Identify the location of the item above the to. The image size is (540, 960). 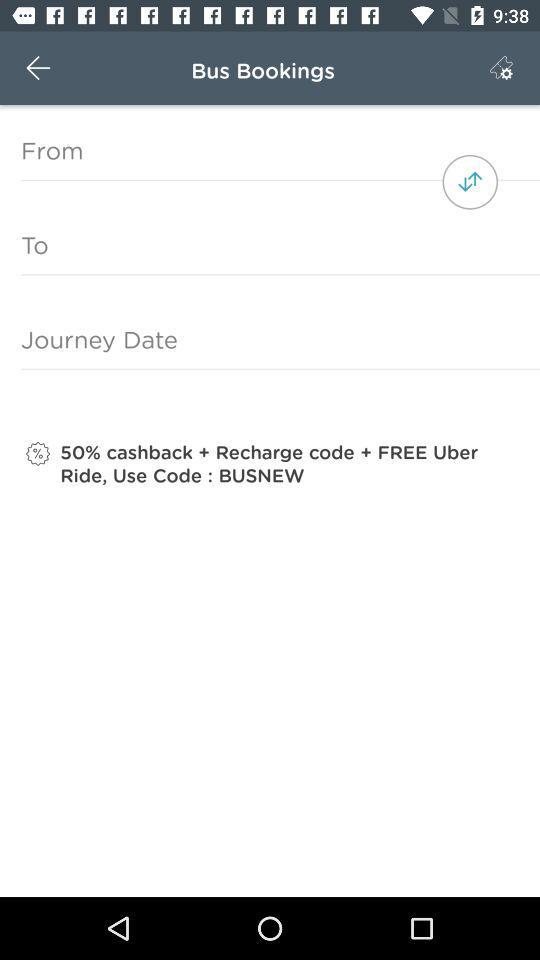
(470, 182).